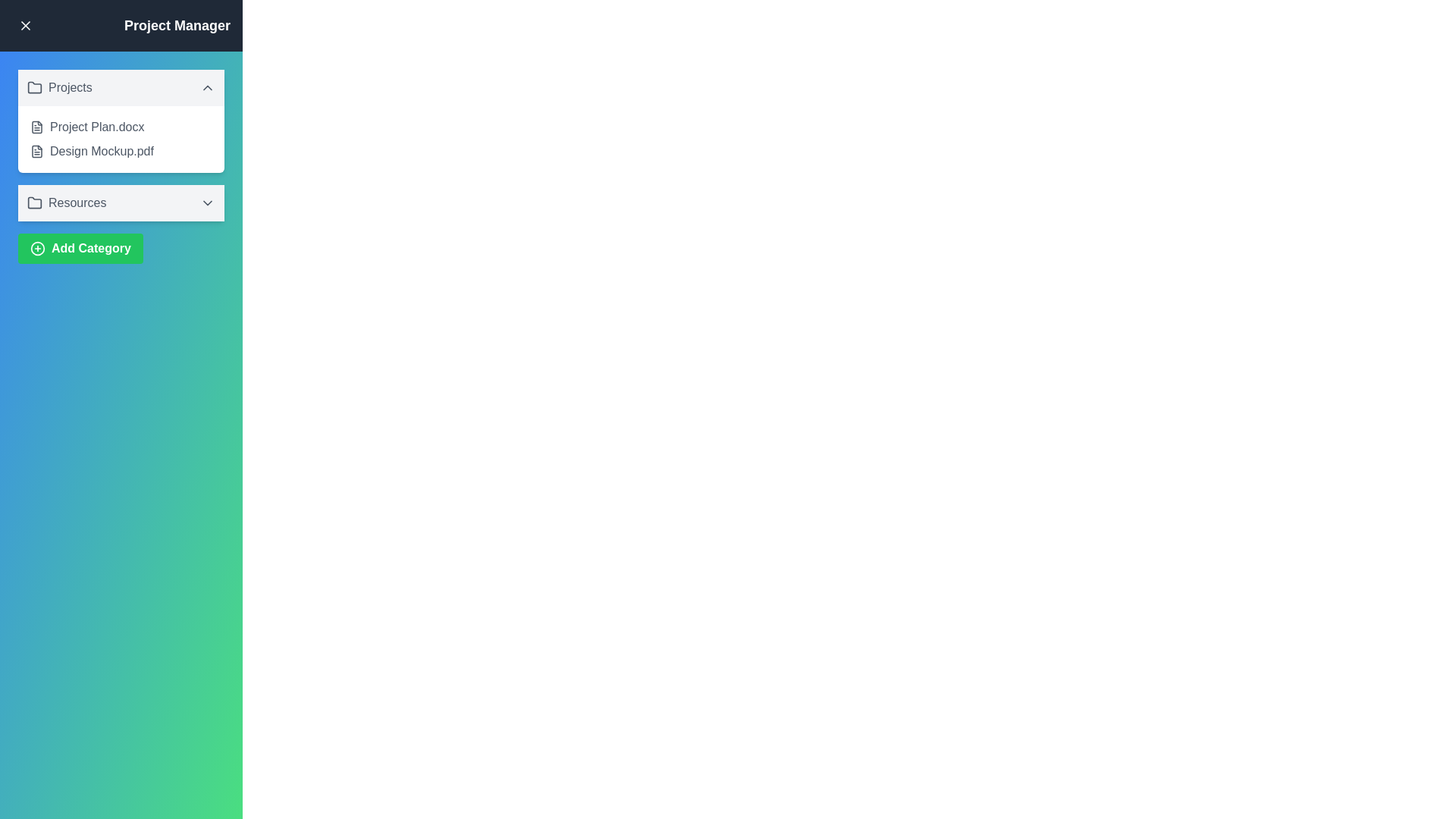 The height and width of the screenshot is (819, 1456). Describe the element at coordinates (120, 87) in the screenshot. I see `the 'Projects' collapsible header bar for keyboard navigation` at that location.